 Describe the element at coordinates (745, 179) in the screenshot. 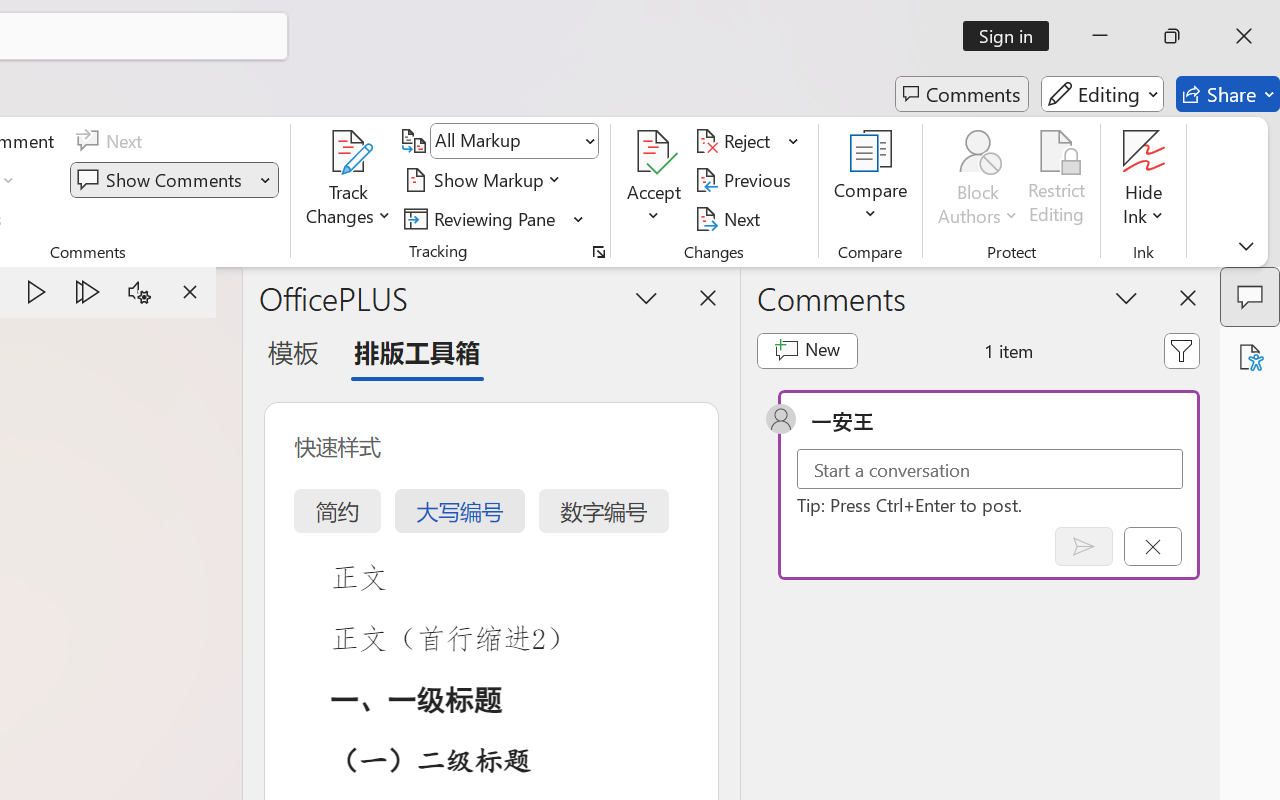

I see `'Previous'` at that location.